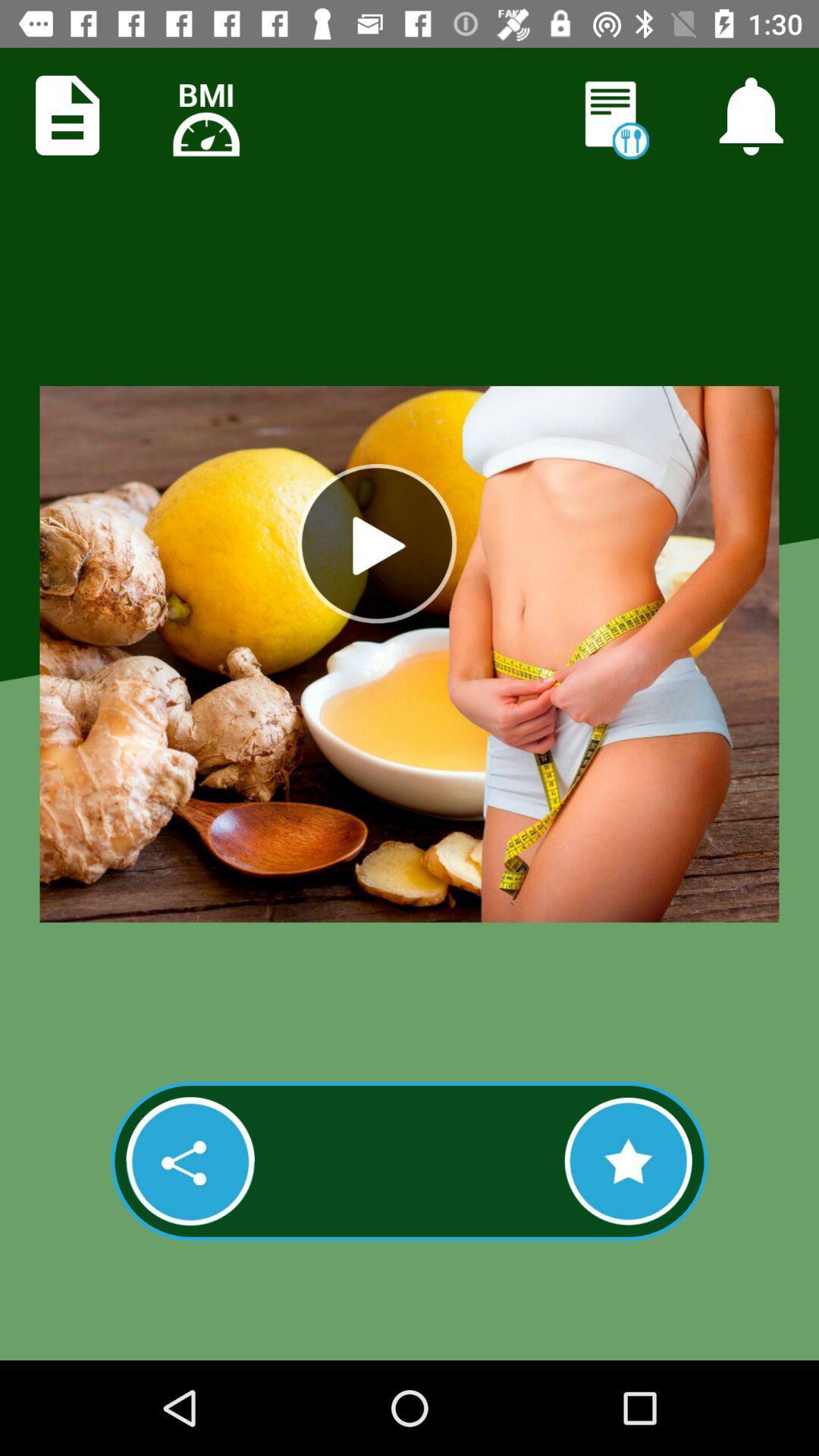 The width and height of the screenshot is (819, 1456). I want to click on the share icon, so click(190, 1160).